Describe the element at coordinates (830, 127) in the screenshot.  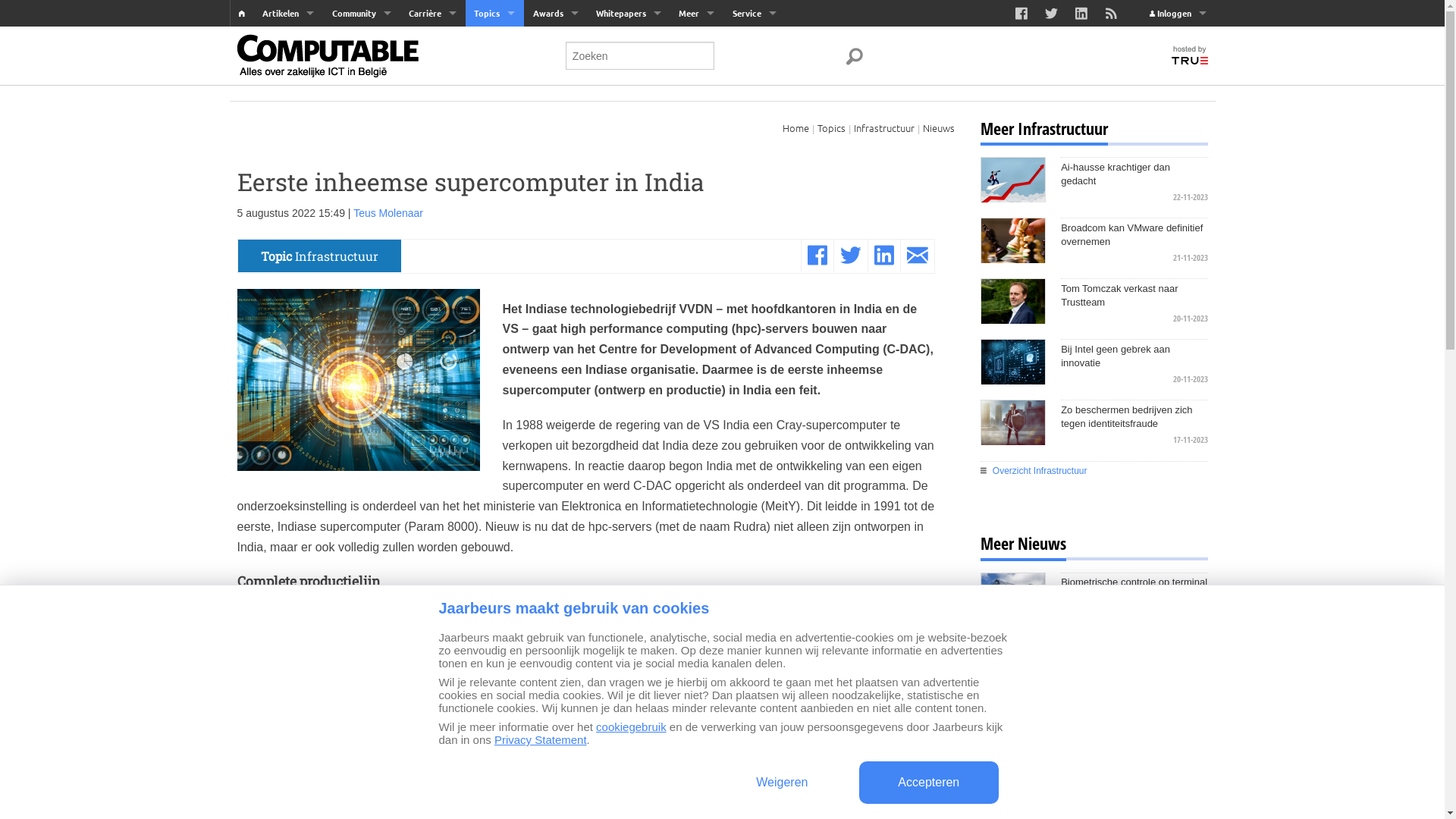
I see `'Topics'` at that location.